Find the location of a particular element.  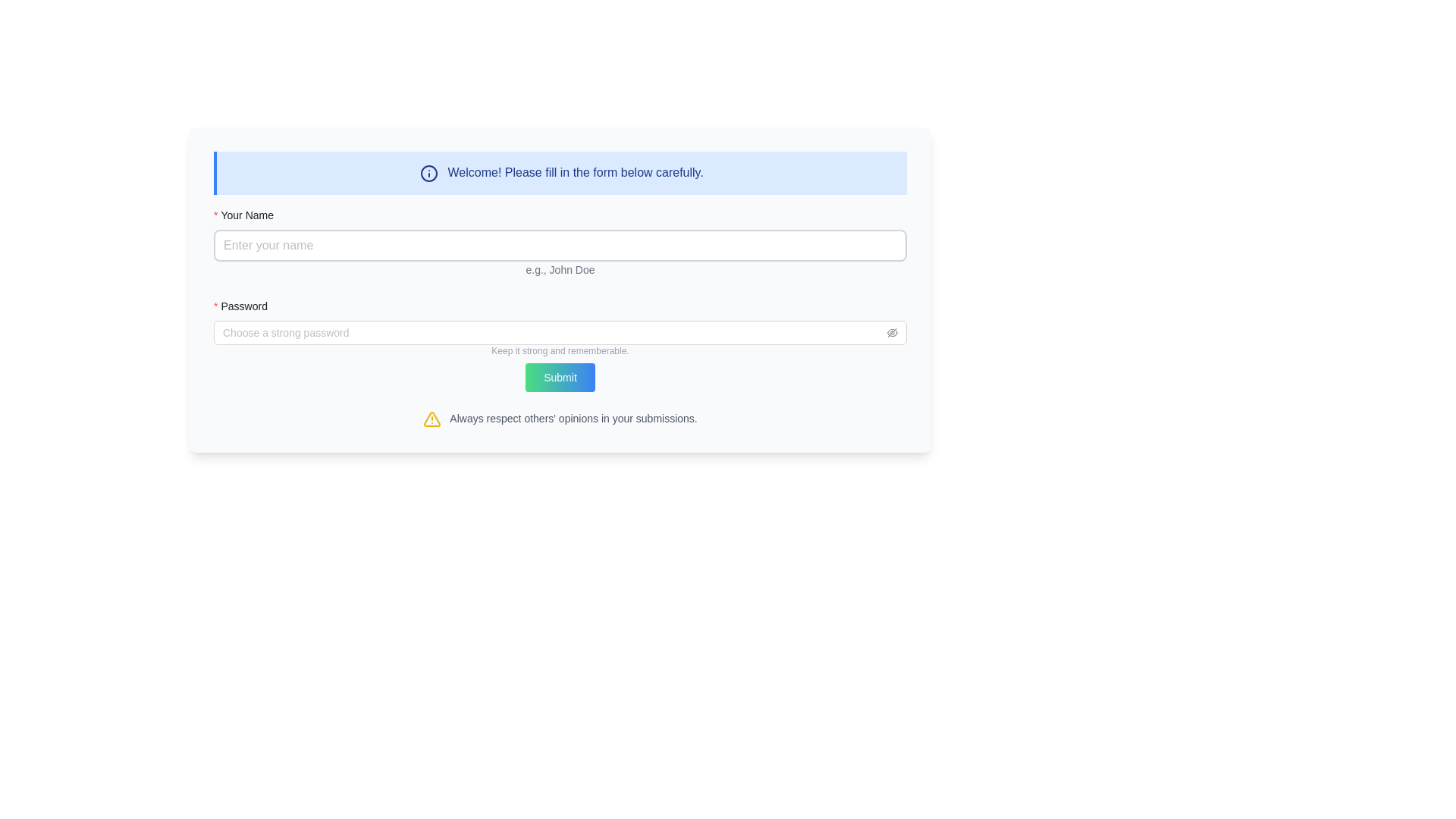

the circle graphic element that serves as a visual component of the icon located to the left of the welcome message in the header area of the form interface is located at coordinates (428, 172).